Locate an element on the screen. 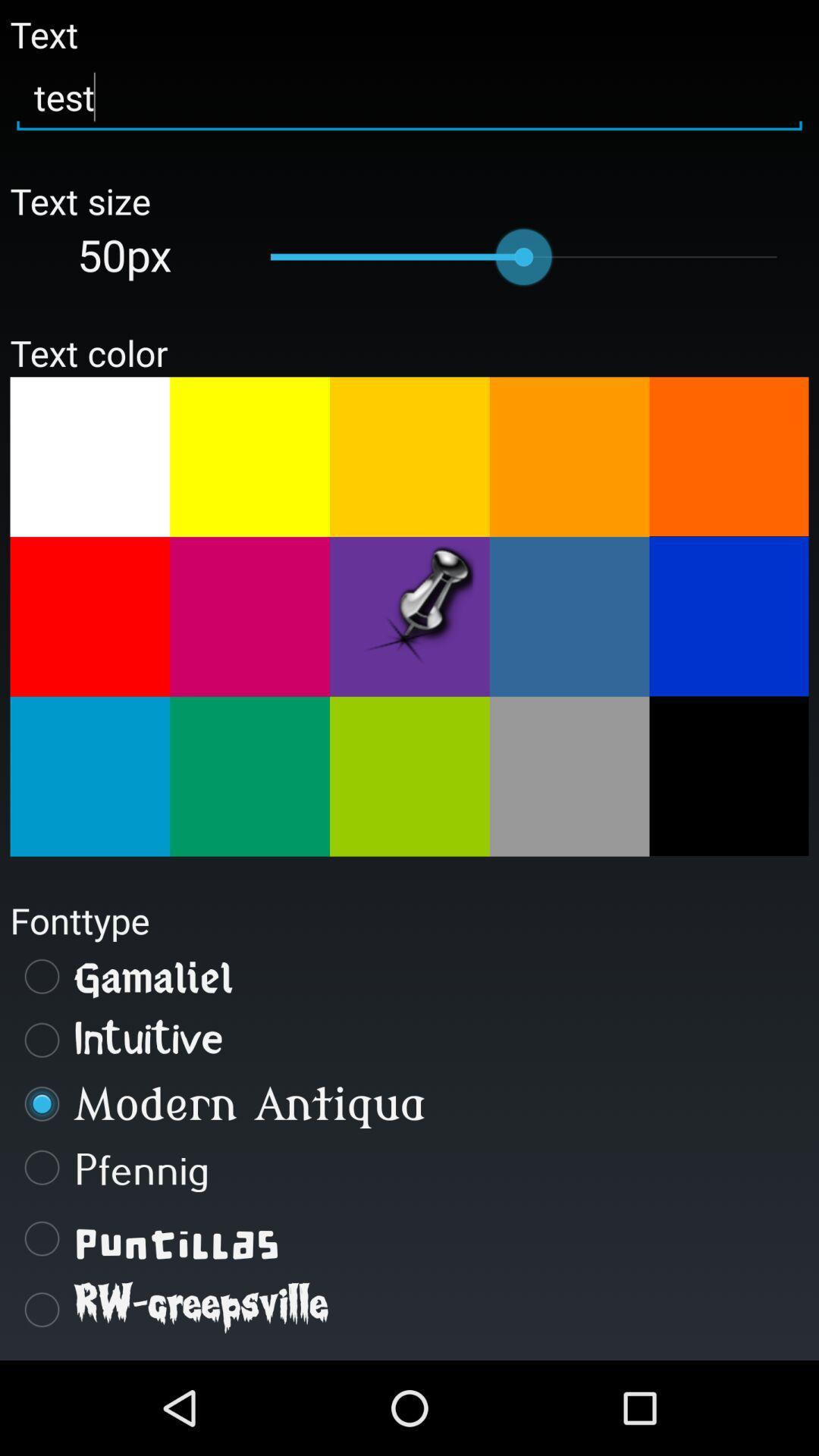 The width and height of the screenshot is (819, 1456). change text color to green is located at coordinates (409, 777).